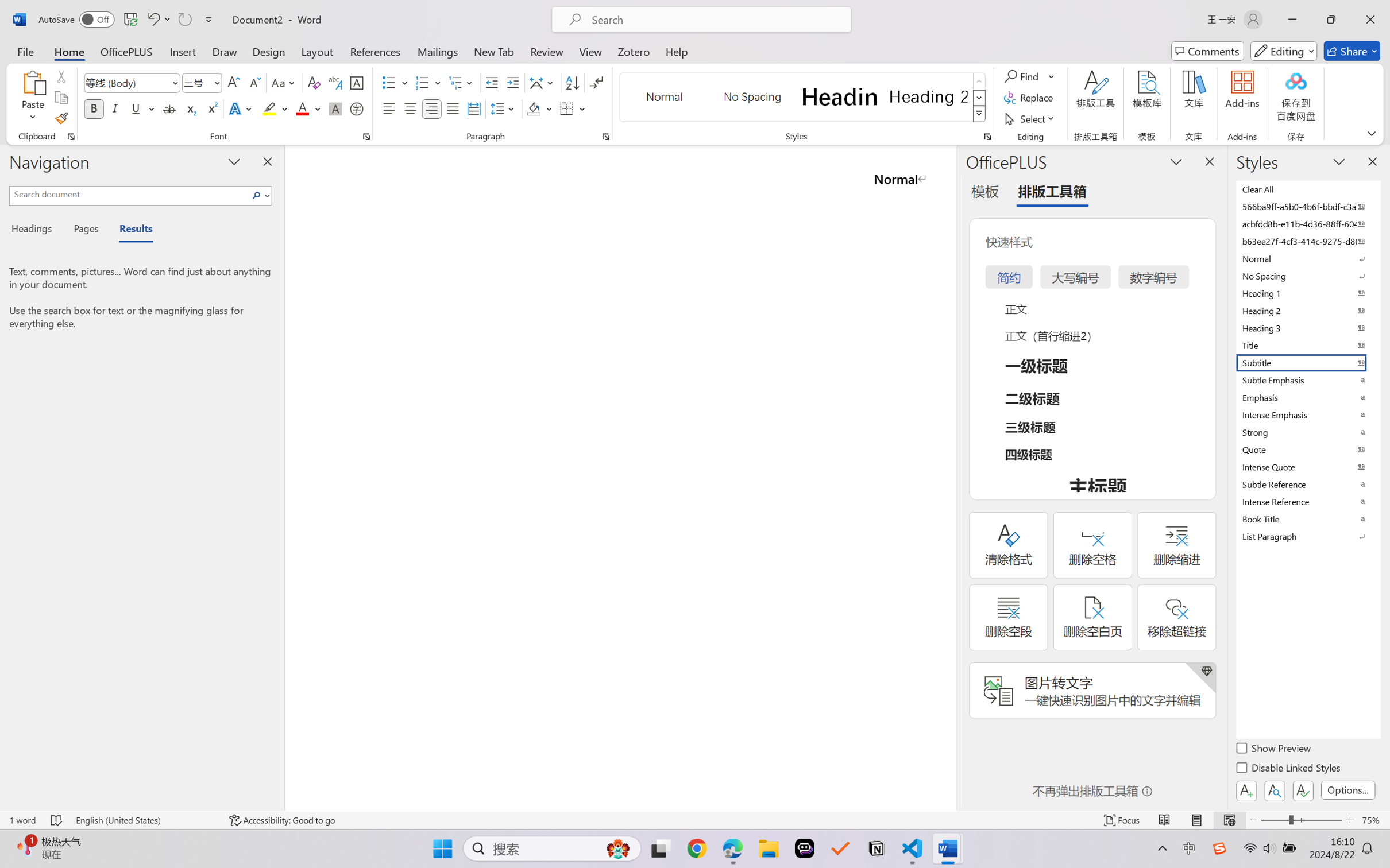 The height and width of the screenshot is (868, 1390). Describe the element at coordinates (21, 820) in the screenshot. I see `'Word Count 1 word'` at that location.